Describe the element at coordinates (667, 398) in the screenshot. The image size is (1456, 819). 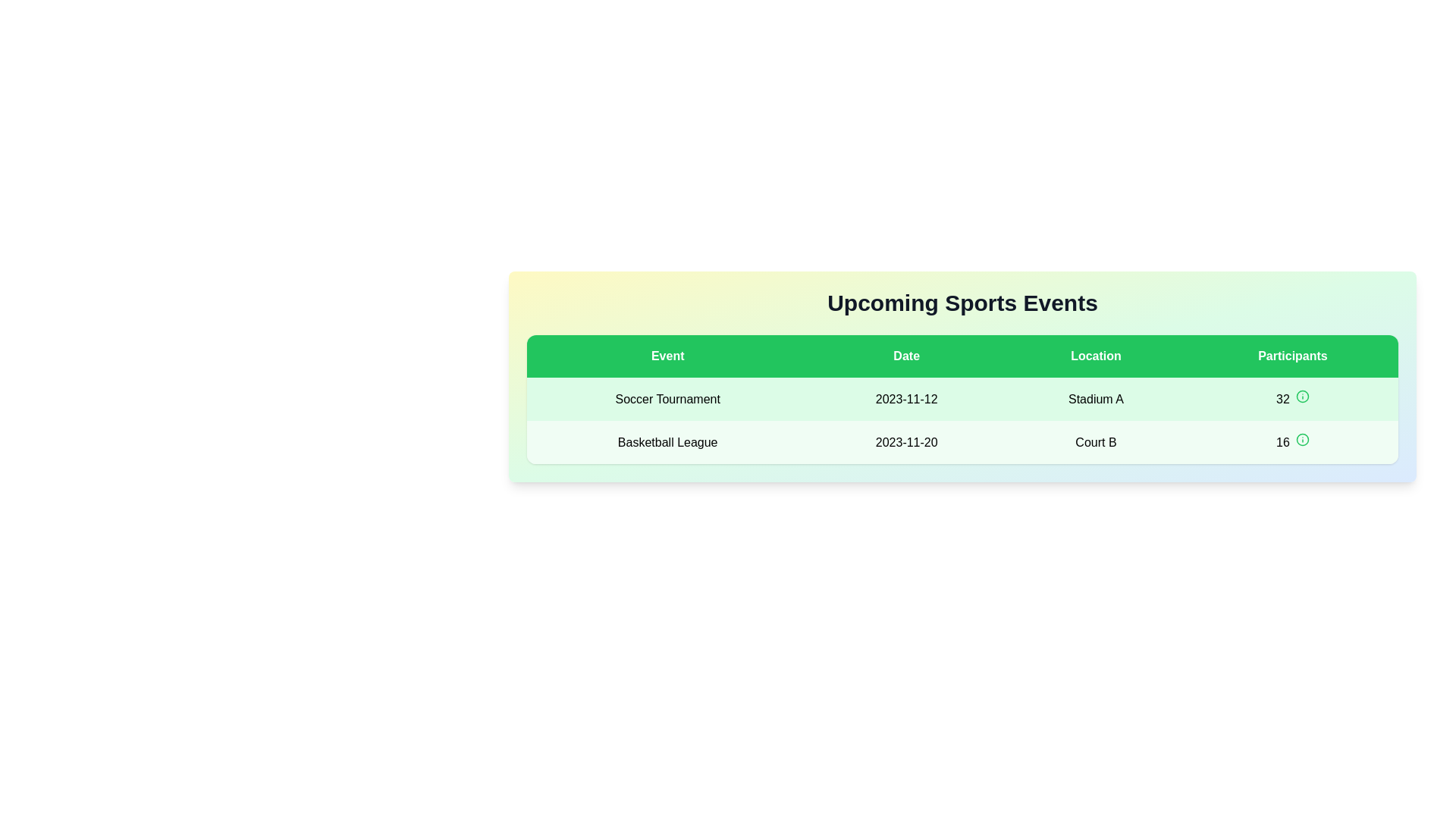
I see `the 'Soccer Tournament' text label in the first column of the event row` at that location.